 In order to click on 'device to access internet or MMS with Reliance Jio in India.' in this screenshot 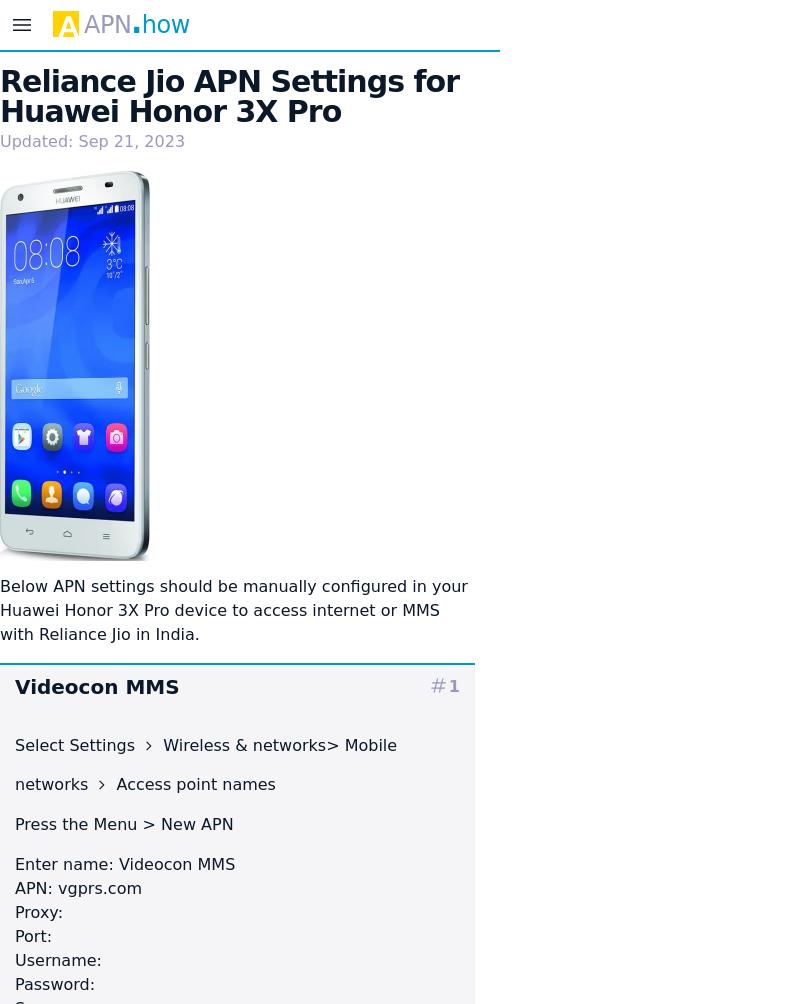, I will do `click(219, 622)`.